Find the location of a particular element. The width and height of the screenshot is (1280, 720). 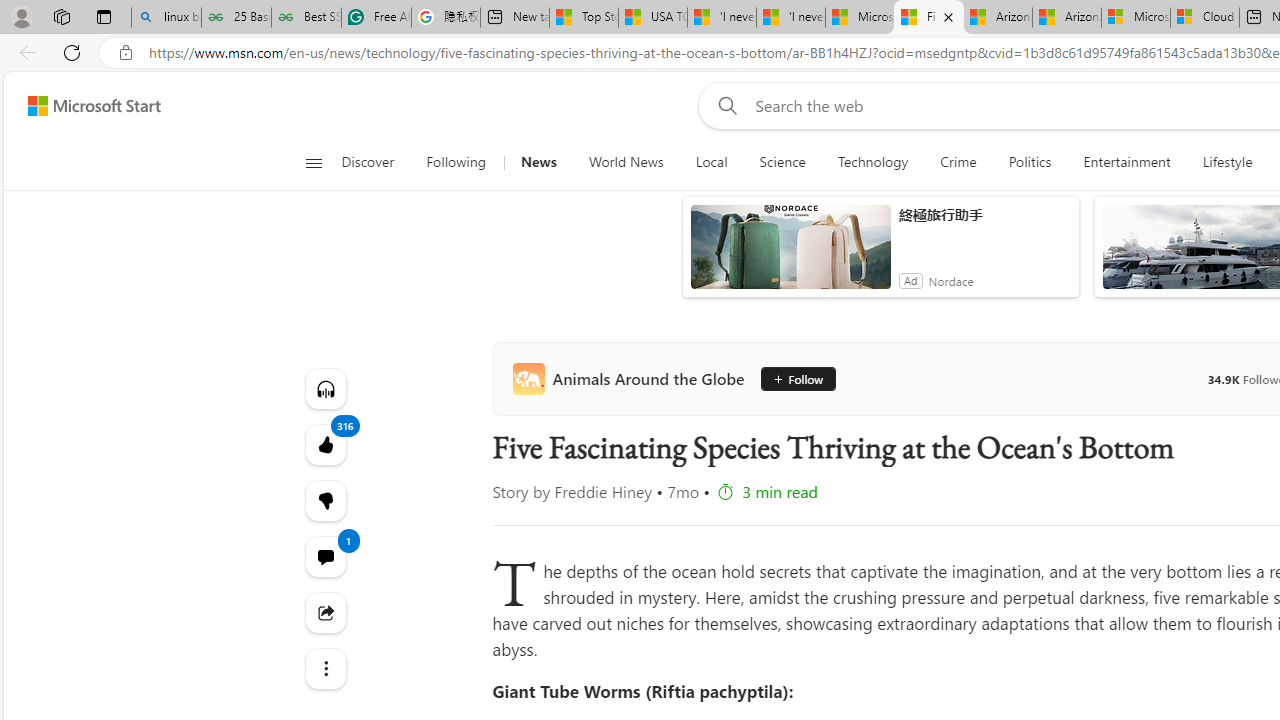

'Open navigation menu' is located at coordinates (312, 162).